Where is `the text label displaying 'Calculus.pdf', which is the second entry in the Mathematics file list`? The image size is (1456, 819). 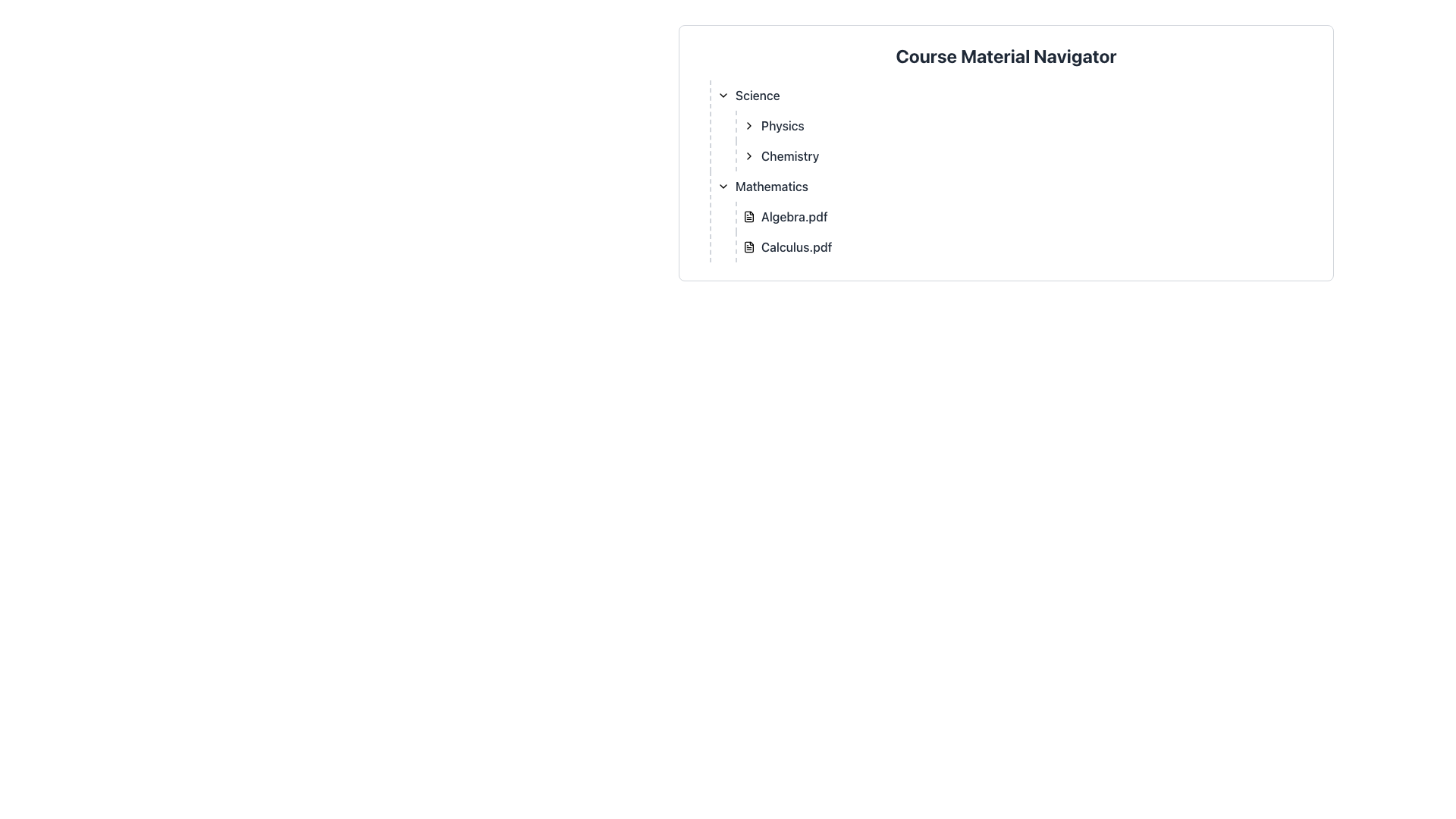
the text label displaying 'Calculus.pdf', which is the second entry in the Mathematics file list is located at coordinates (795, 246).